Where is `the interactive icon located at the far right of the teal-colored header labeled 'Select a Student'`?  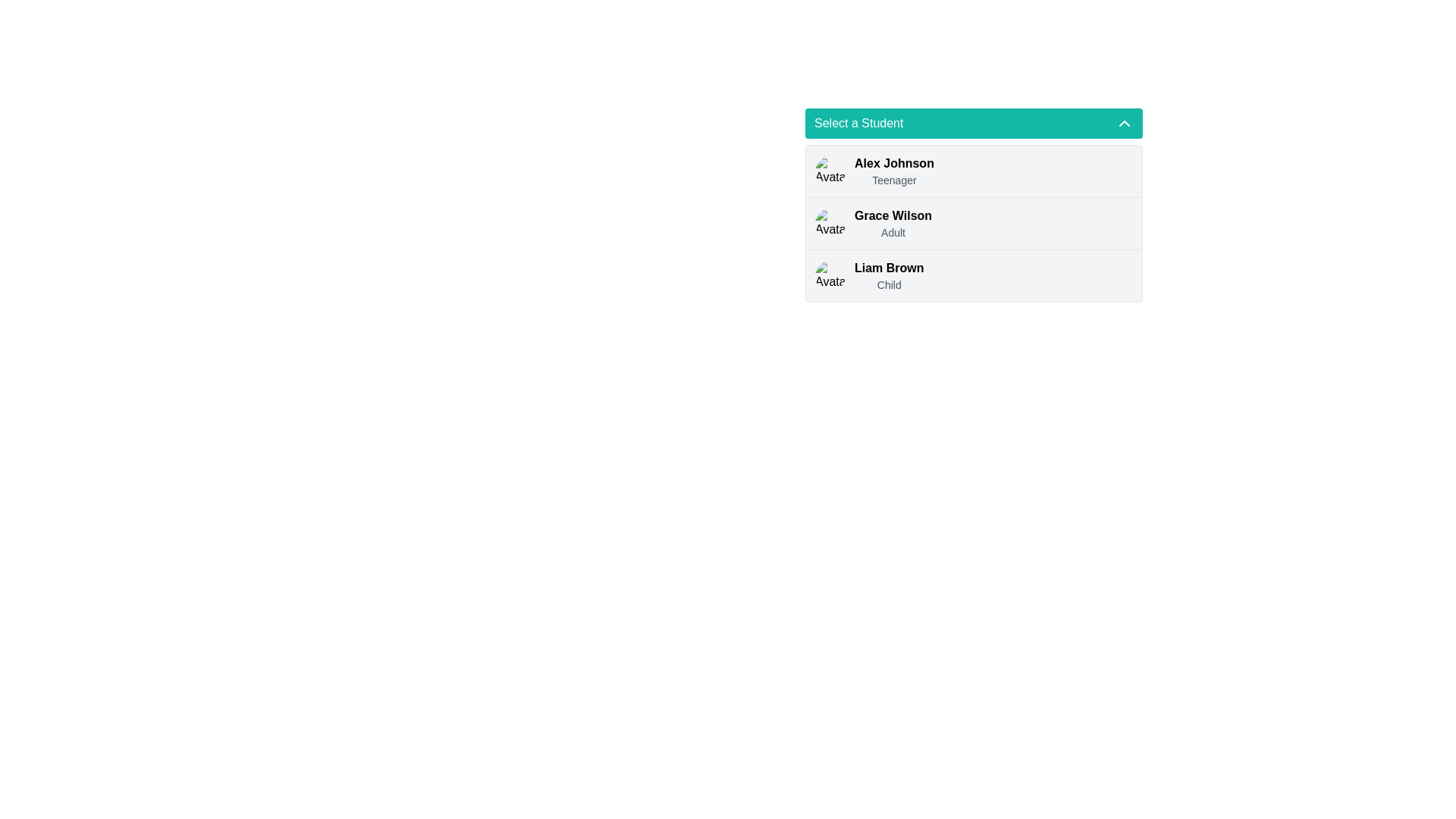 the interactive icon located at the far right of the teal-colored header labeled 'Select a Student' is located at coordinates (1125, 122).